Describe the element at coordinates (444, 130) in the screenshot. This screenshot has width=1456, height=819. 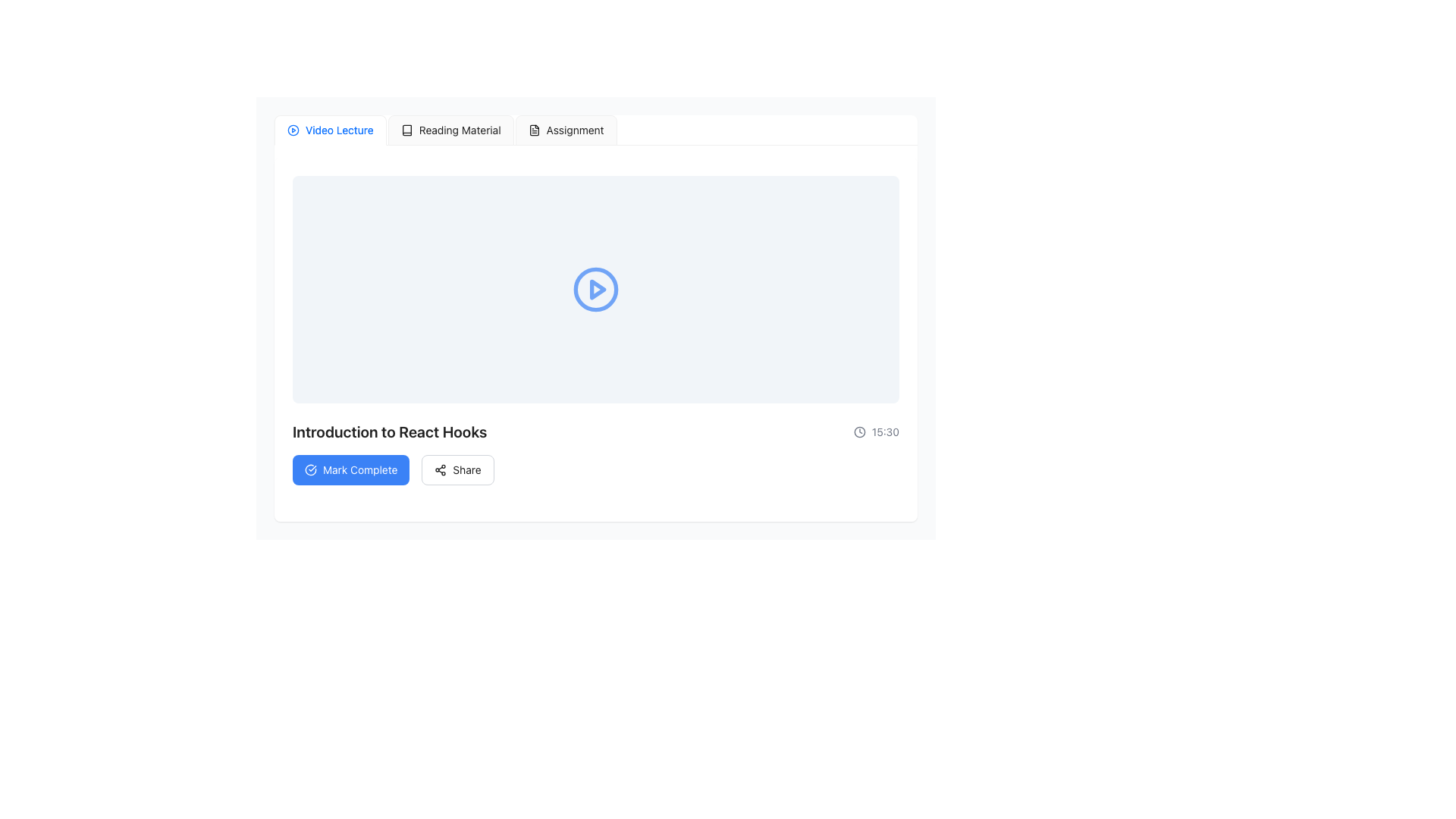
I see `the 'Reading Material' tab located in the middle of three tabs at the top of the interface` at that location.